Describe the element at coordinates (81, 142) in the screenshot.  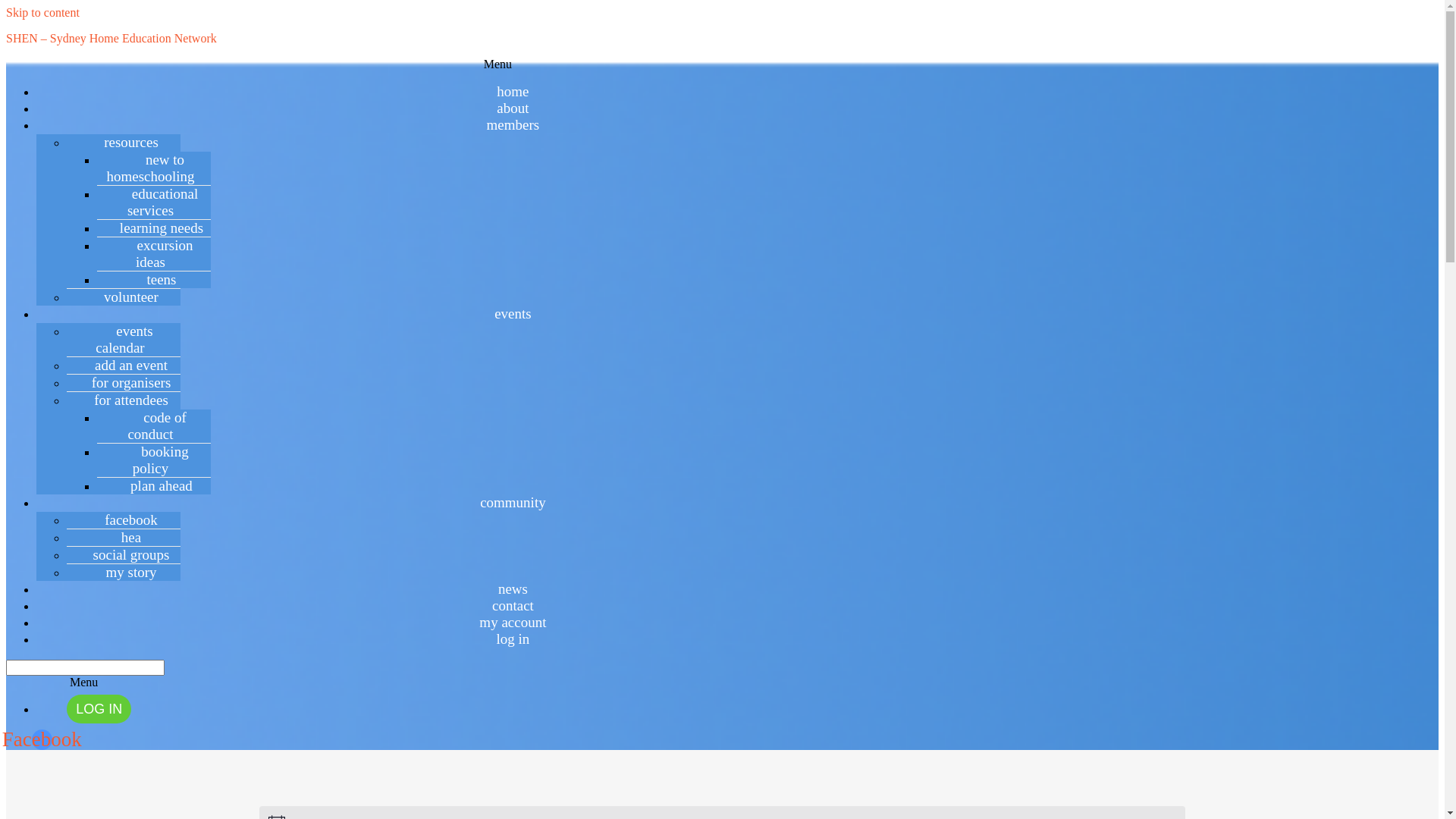
I see `'resources'` at that location.